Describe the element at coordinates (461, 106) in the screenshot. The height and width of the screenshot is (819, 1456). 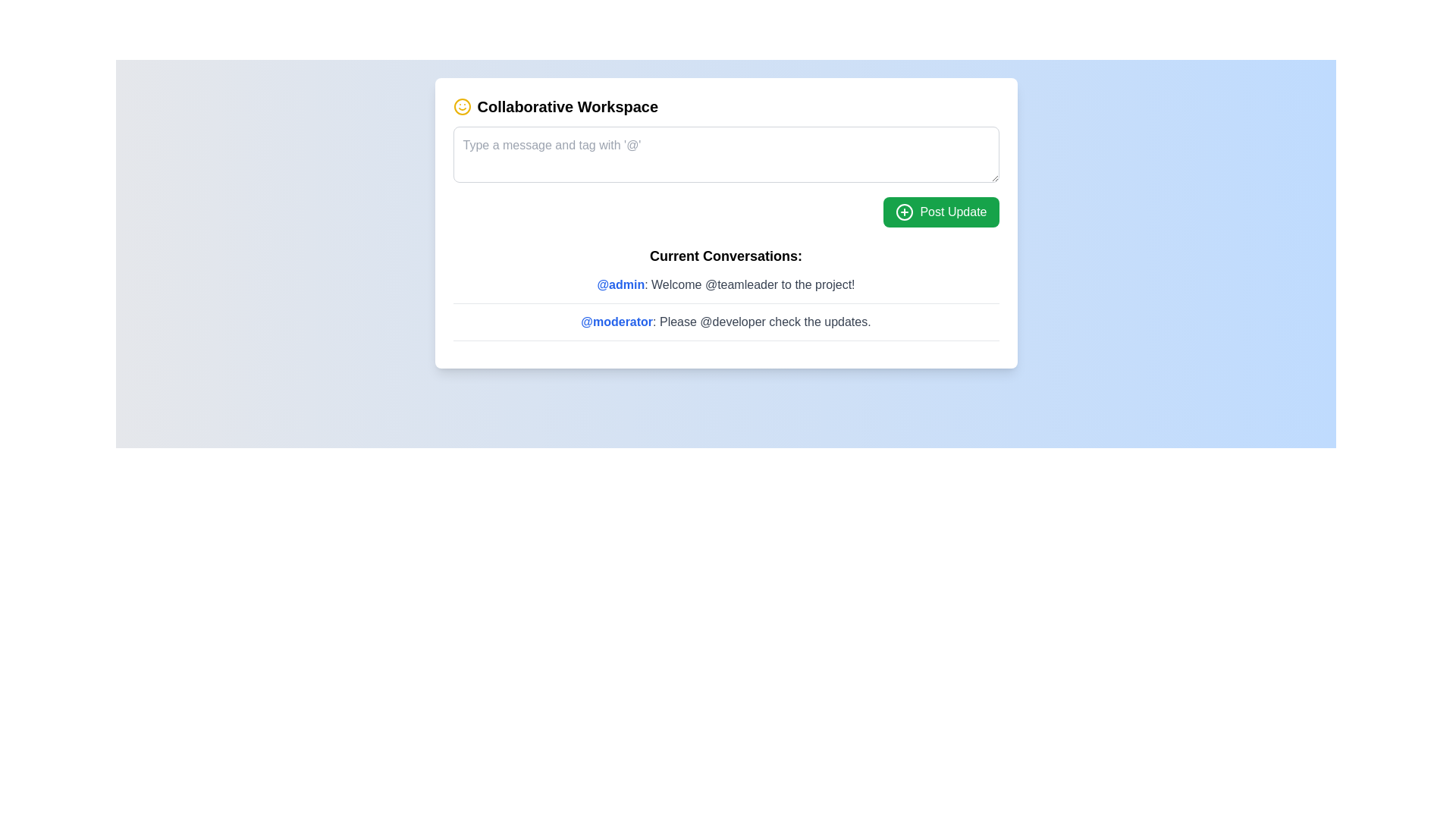
I see `the SVG Circle that represents the outer boundary of a smiling face icon located in the top-left portion of the main interface` at that location.